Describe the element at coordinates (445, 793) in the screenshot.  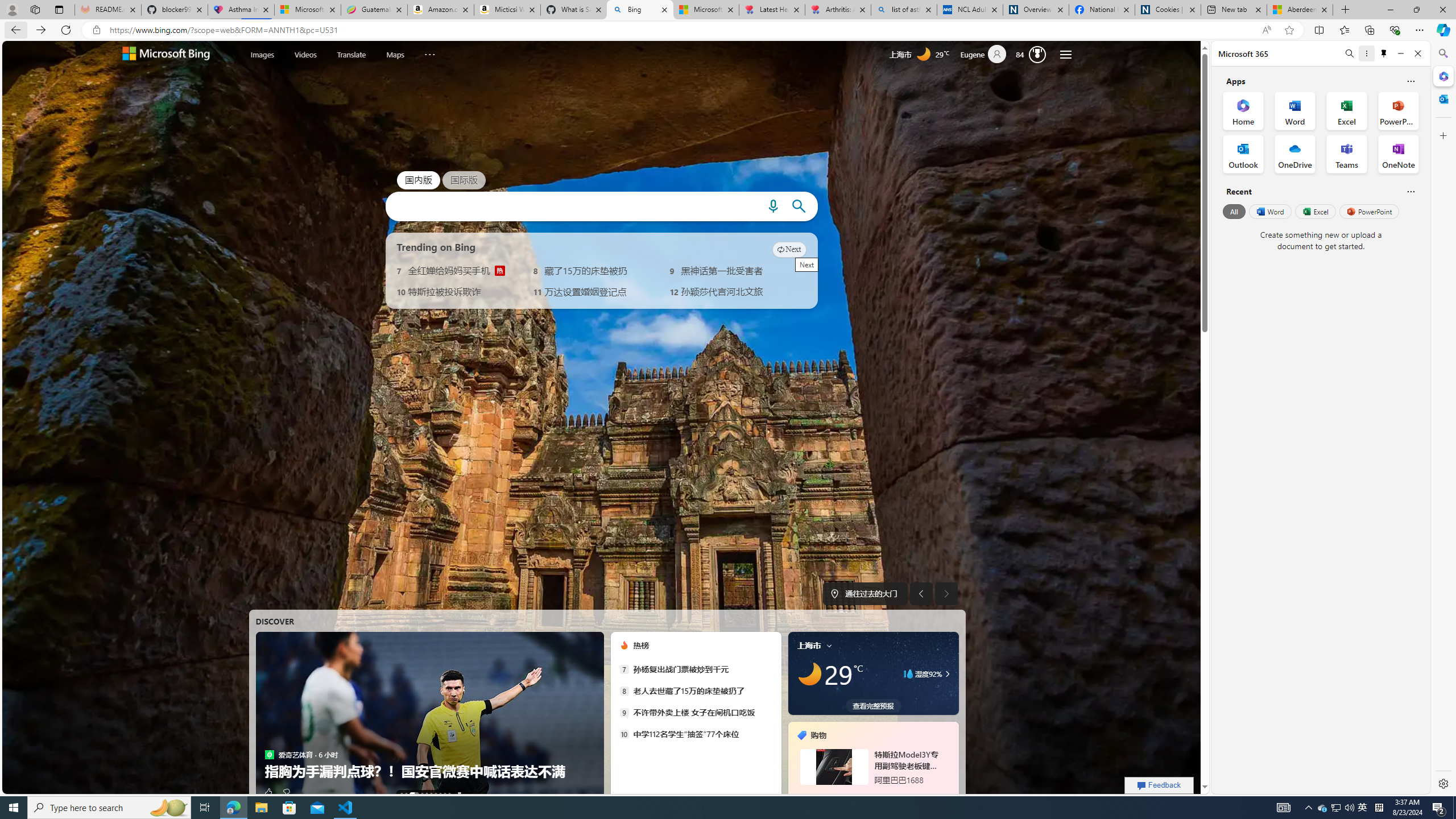
I see `'AutomationID: tab-8'` at that location.